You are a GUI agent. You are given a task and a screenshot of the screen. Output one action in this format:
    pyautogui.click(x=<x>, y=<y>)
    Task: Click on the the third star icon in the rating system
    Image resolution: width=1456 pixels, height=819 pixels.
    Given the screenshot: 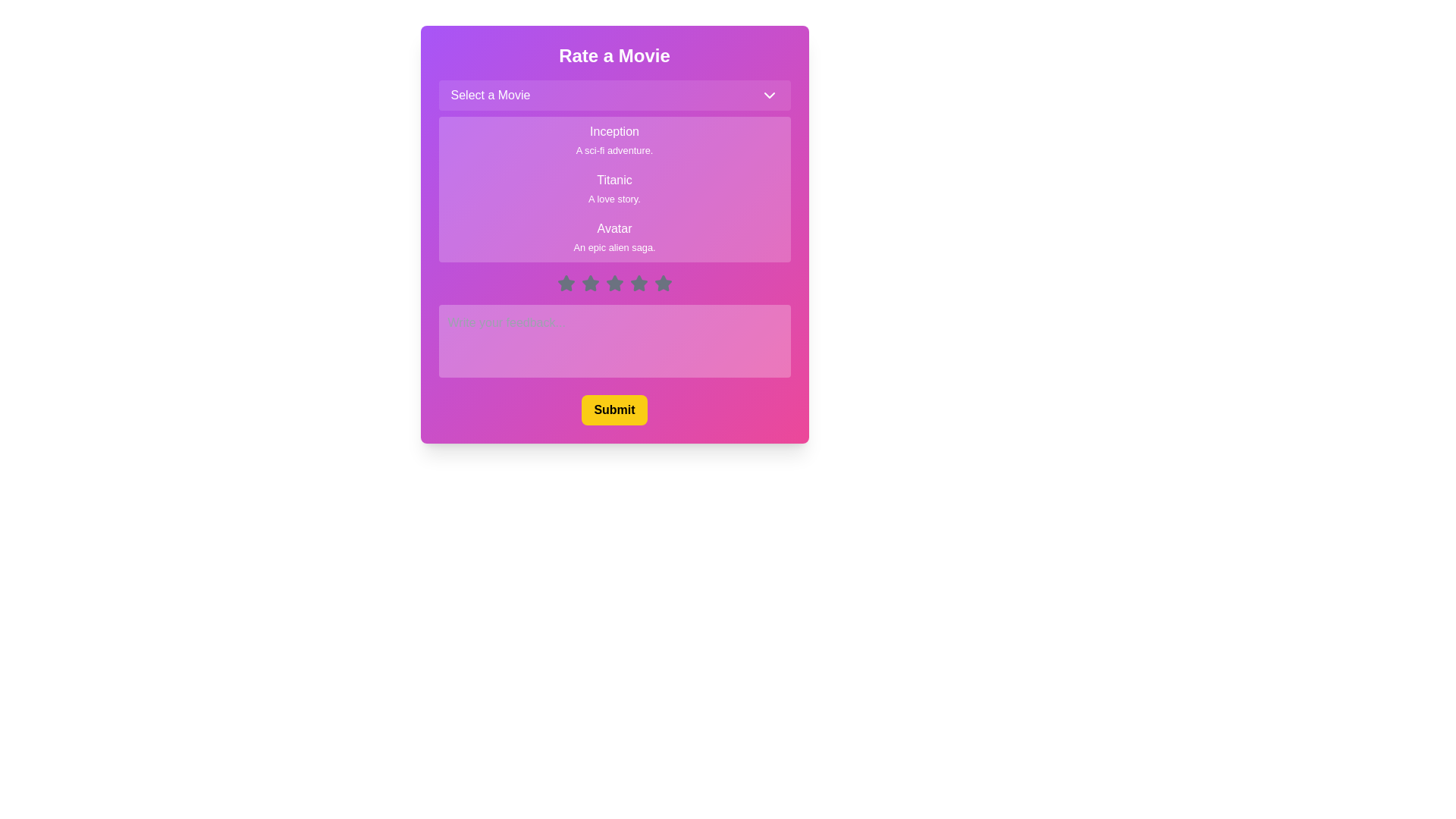 What is the action you would take?
    pyautogui.click(x=614, y=284)
    